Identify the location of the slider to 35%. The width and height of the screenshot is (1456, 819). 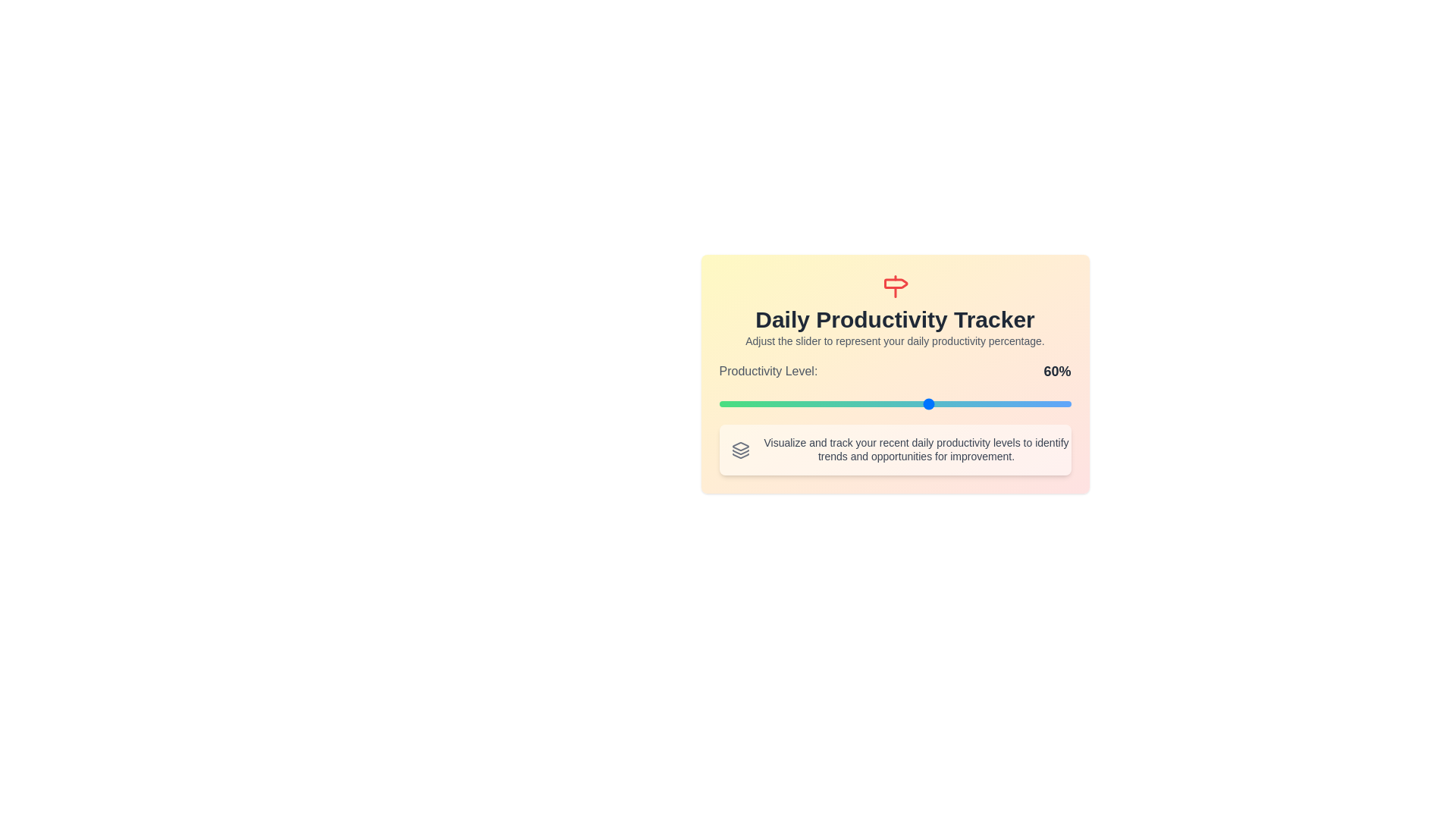
(841, 403).